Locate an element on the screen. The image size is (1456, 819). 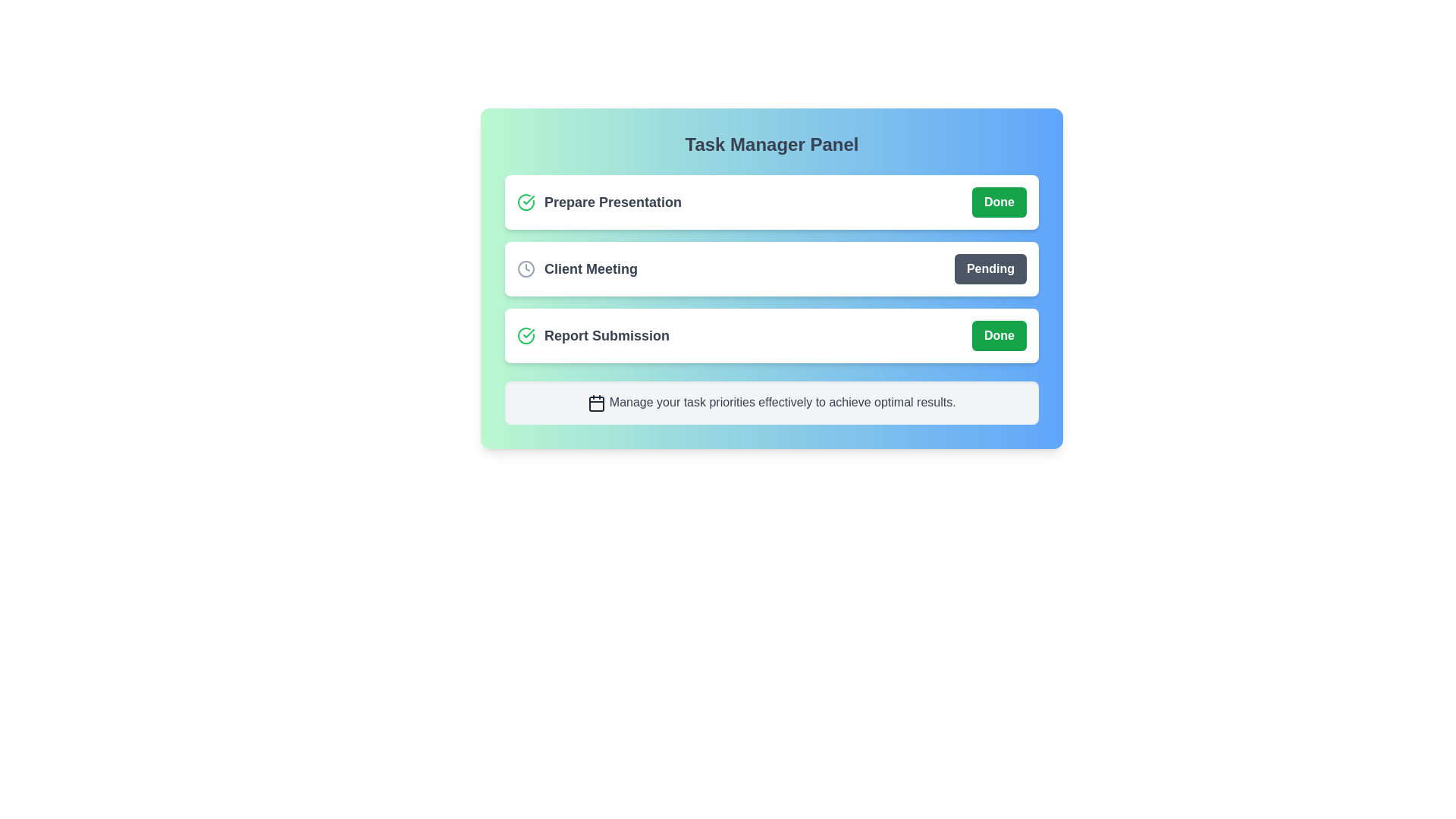
the panel background to trigger any potential hidden interactions is located at coordinates (771, 411).